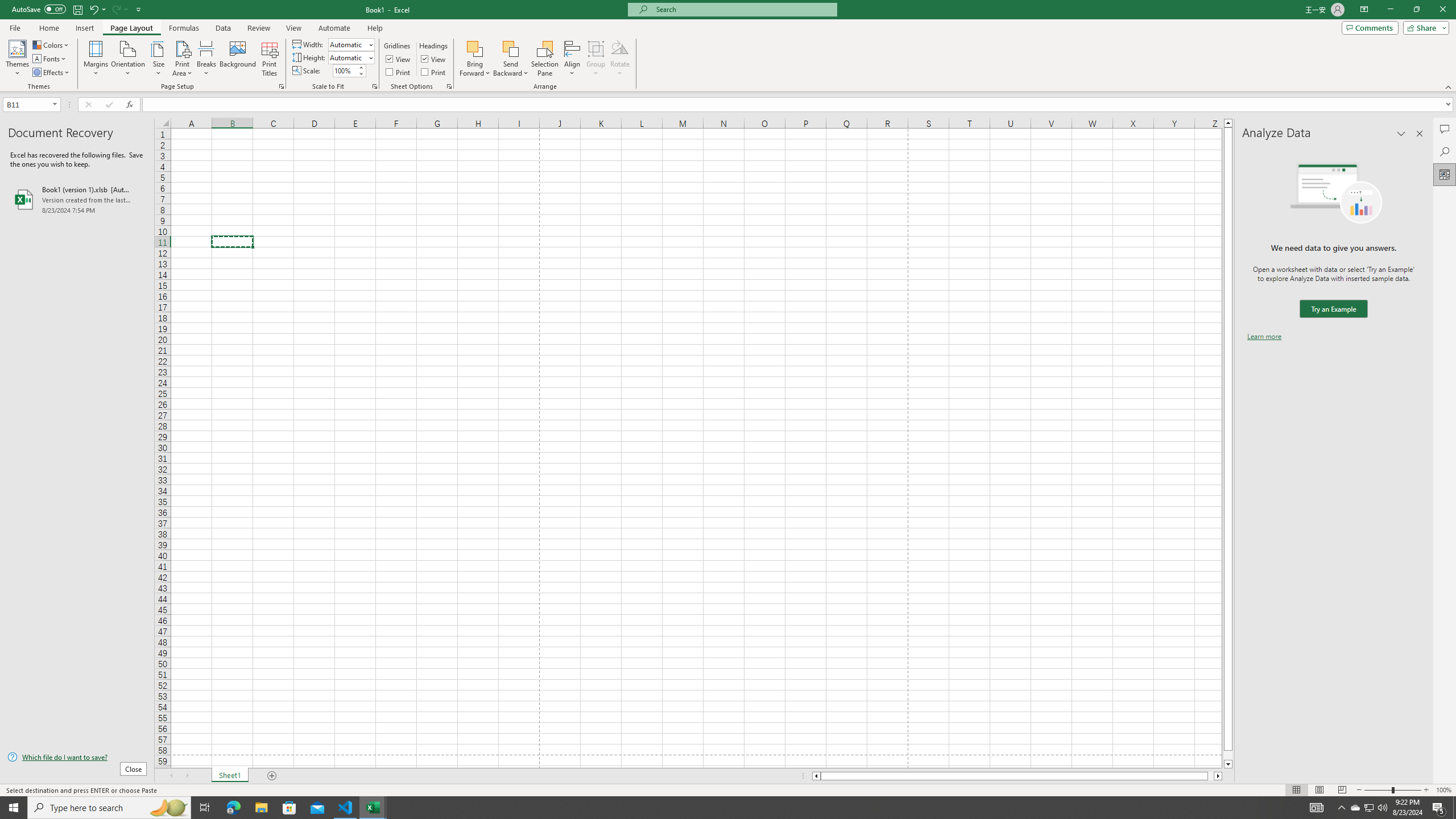  Describe the element at coordinates (434, 72) in the screenshot. I see `'Print'` at that location.